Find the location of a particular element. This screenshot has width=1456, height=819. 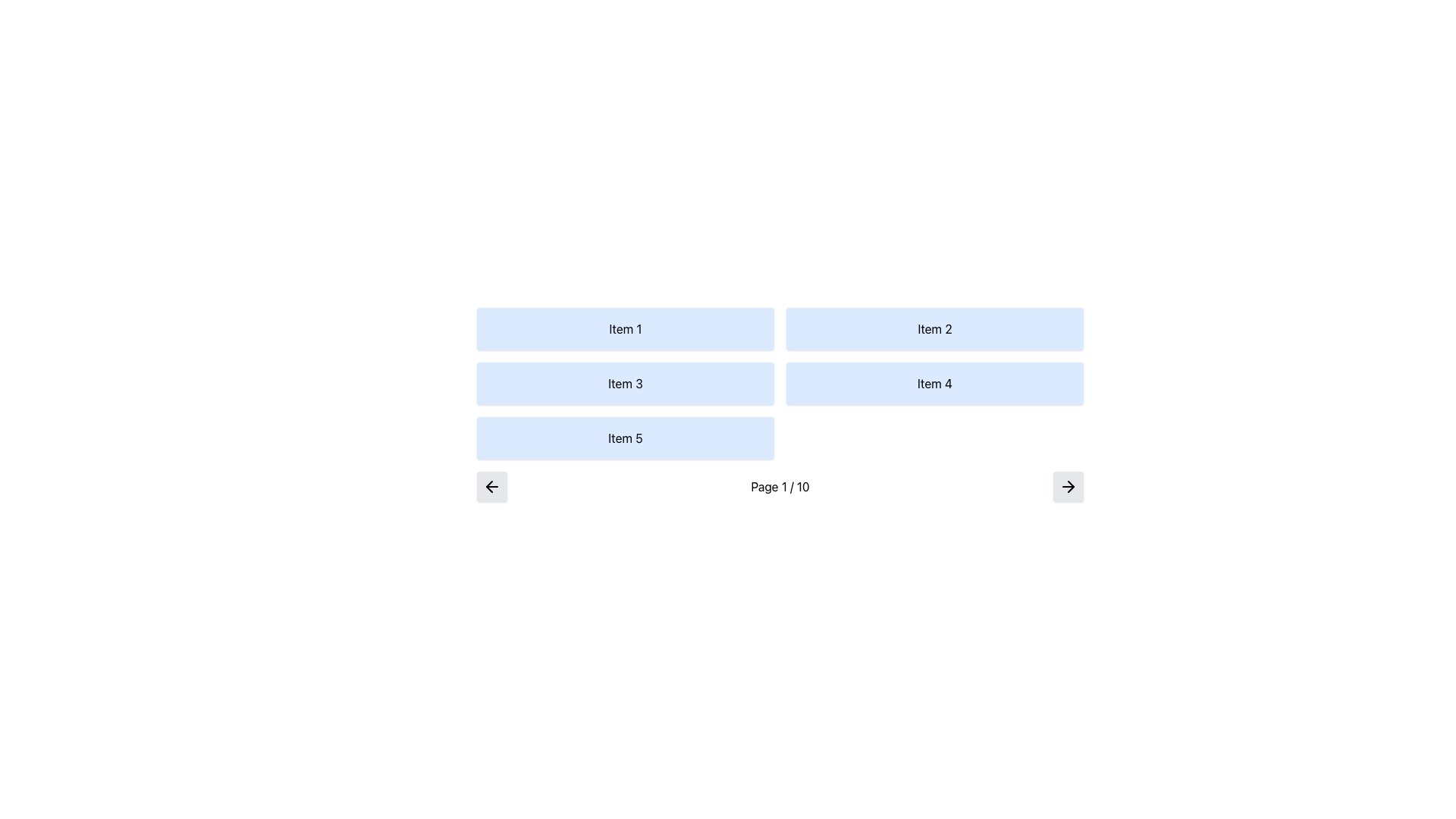

the button-like grid item that serves as a visual indicator or selector for 'Item 2', located in the top row of a grid layout, second item from the left is located at coordinates (934, 328).